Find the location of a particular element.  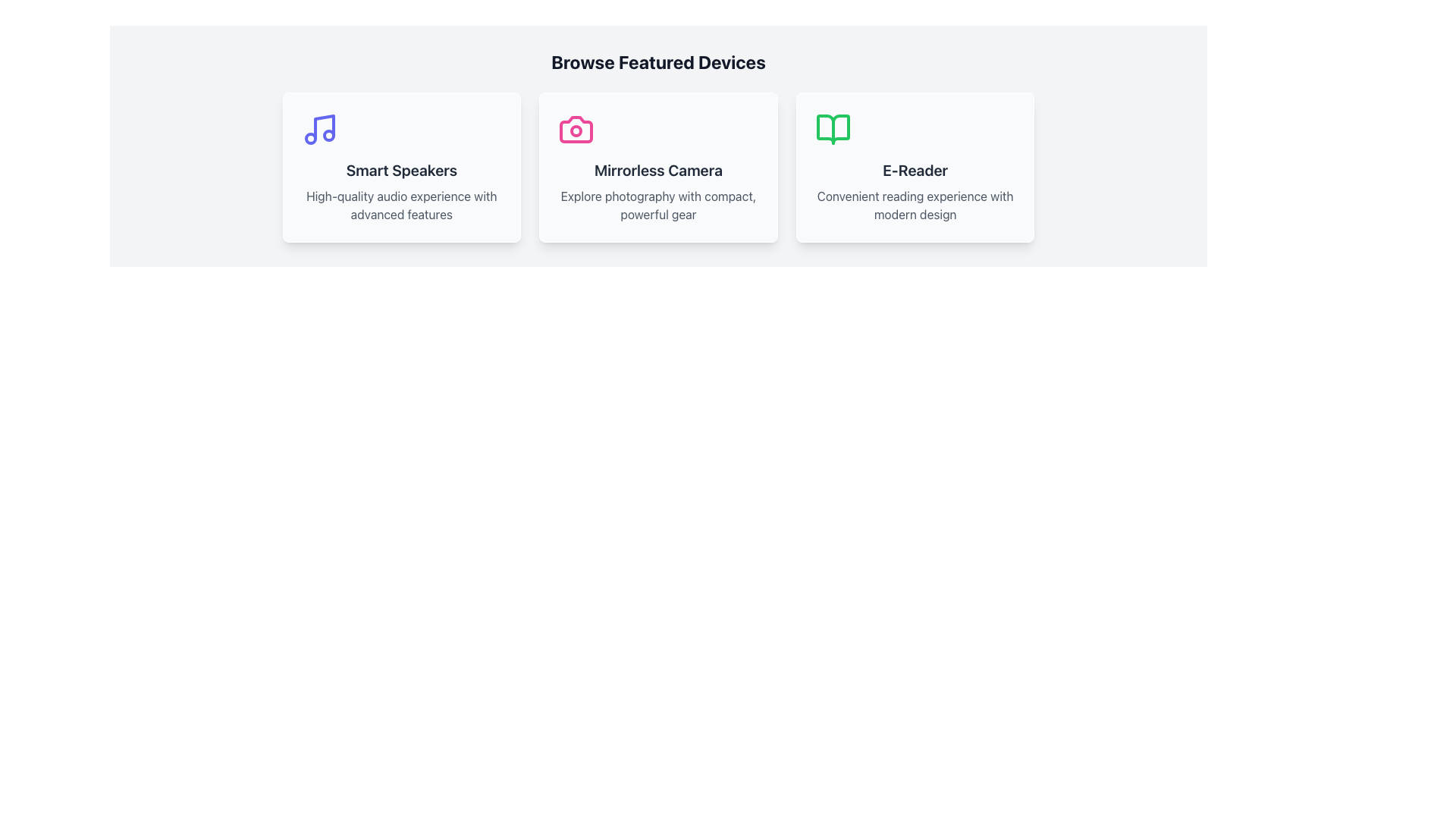

the 'E-Reader' icon located in the rightmost section of the 'Browse Featured Devices' area is located at coordinates (832, 128).